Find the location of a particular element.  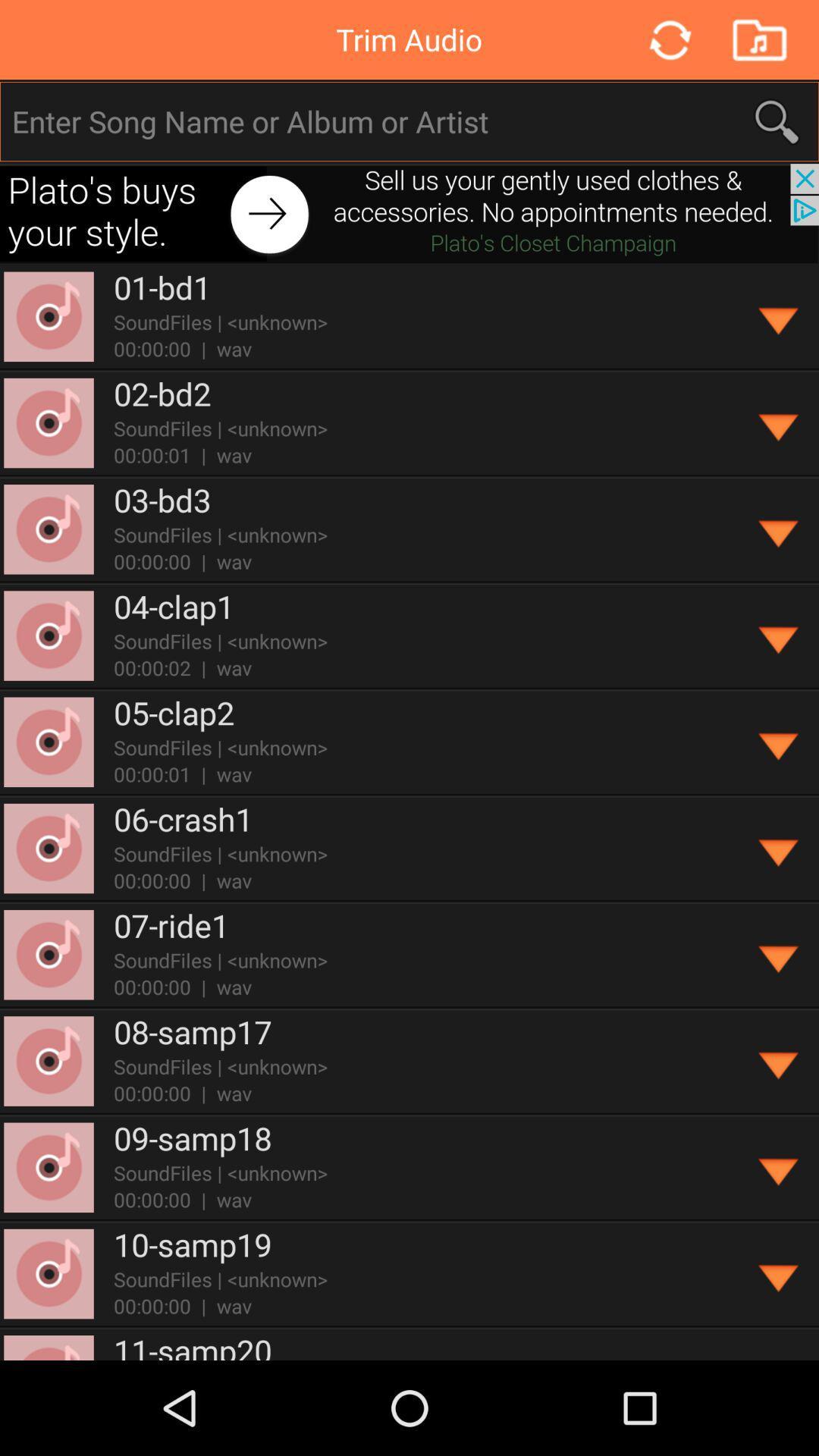

button is located at coordinates (779, 423).